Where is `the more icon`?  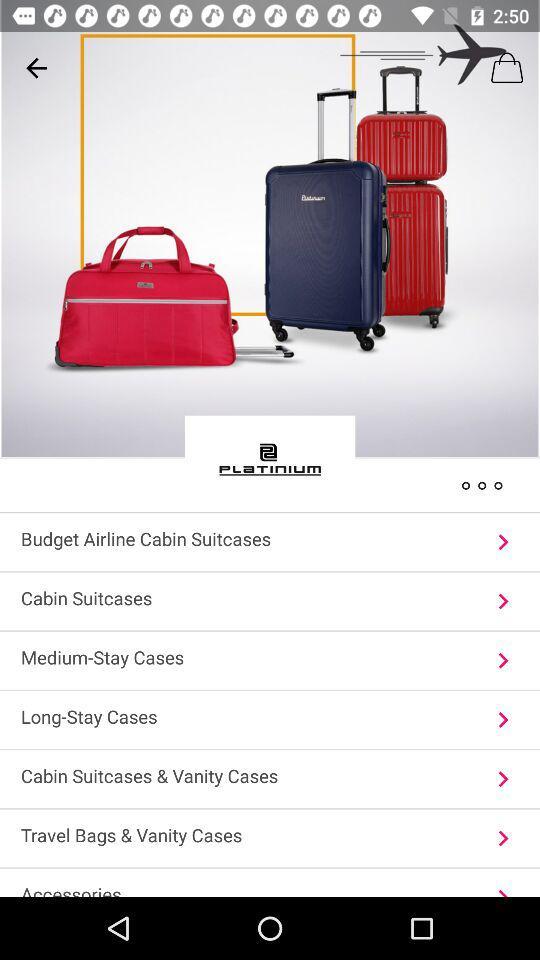
the more icon is located at coordinates (481, 484).